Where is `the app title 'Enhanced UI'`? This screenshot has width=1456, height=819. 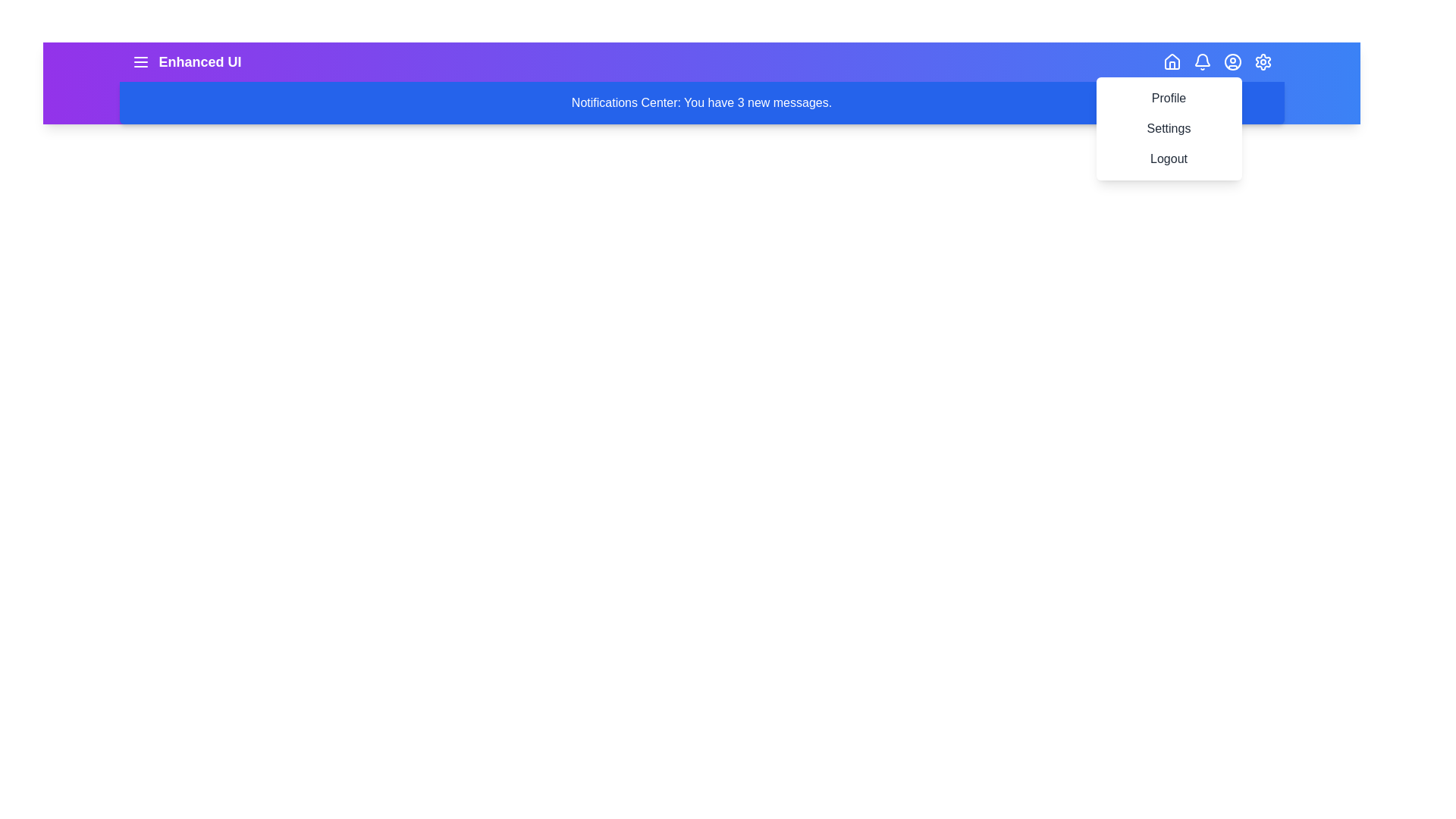 the app title 'Enhanced UI' is located at coordinates (199, 61).